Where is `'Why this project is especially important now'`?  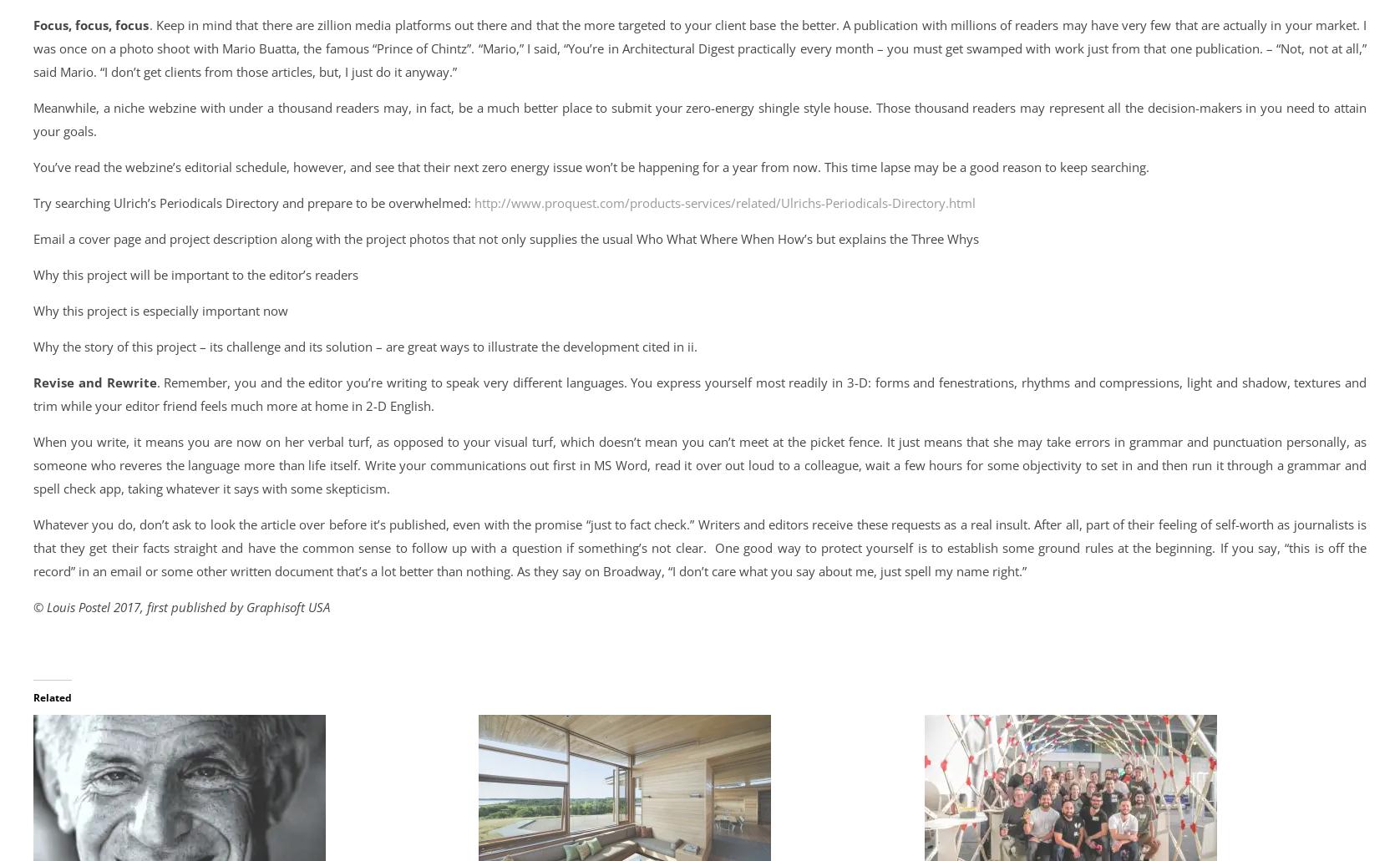
'Why this project is especially important now' is located at coordinates (160, 309).